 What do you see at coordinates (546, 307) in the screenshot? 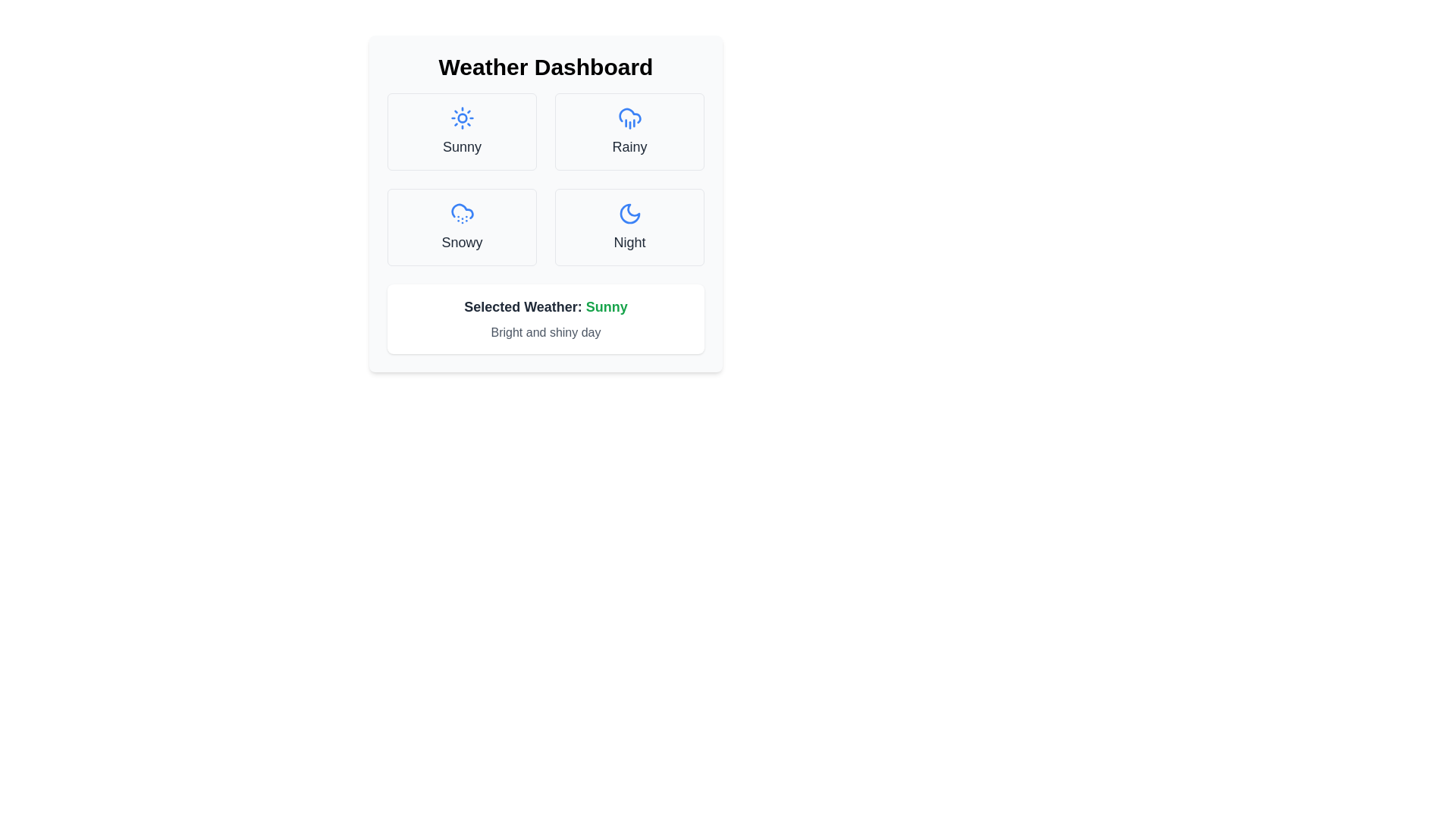
I see `the informational text component displaying 'Selected Weather: Sunny' in bold with 'Sunny' in green` at bounding box center [546, 307].